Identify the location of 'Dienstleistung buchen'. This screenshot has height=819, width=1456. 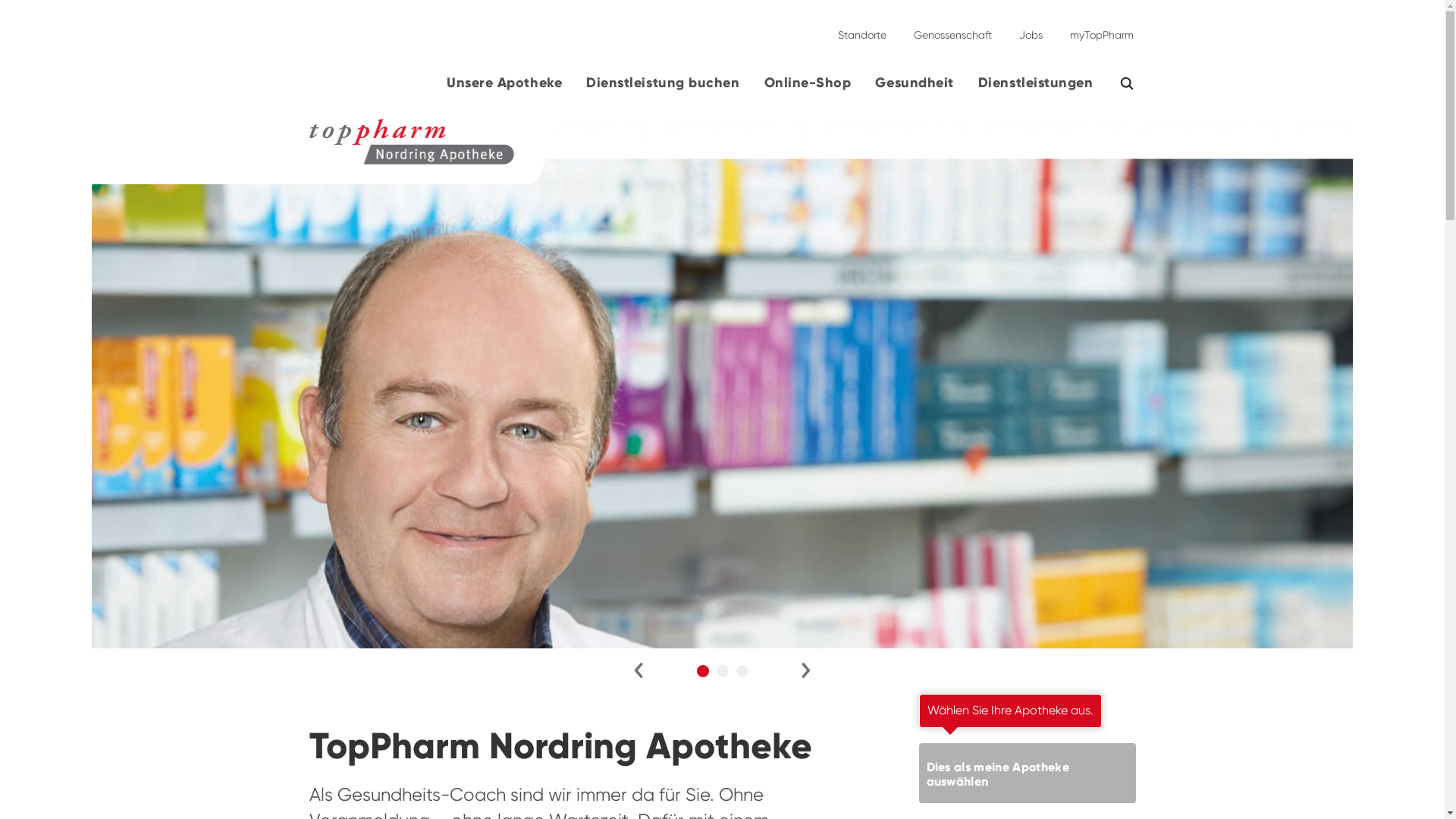
(662, 88).